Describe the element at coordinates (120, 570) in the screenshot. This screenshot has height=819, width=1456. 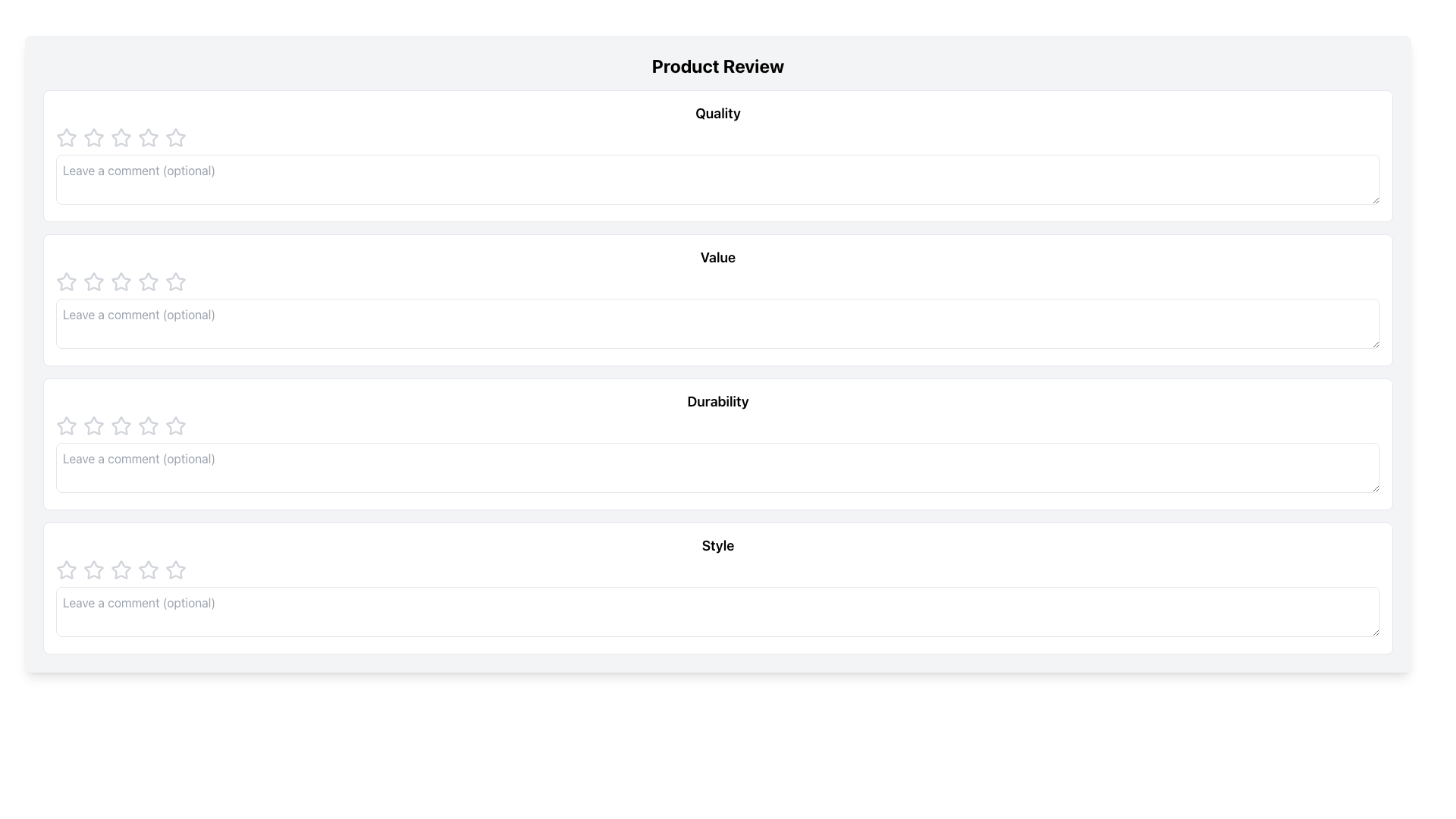
I see `the first interactive rating star` at that location.